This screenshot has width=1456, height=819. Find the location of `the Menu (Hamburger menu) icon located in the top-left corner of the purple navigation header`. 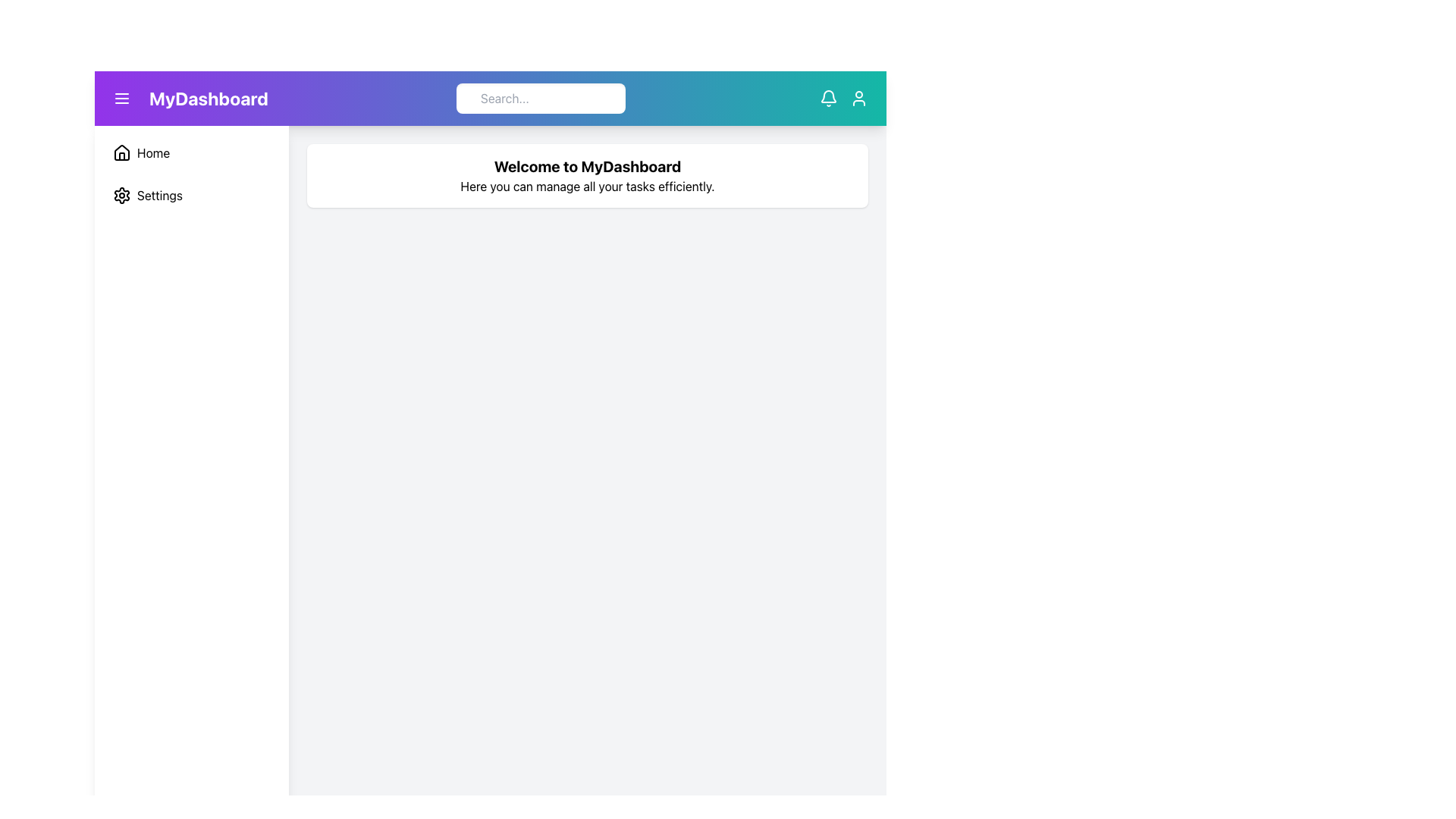

the Menu (Hamburger menu) icon located in the top-left corner of the purple navigation header is located at coordinates (122, 99).